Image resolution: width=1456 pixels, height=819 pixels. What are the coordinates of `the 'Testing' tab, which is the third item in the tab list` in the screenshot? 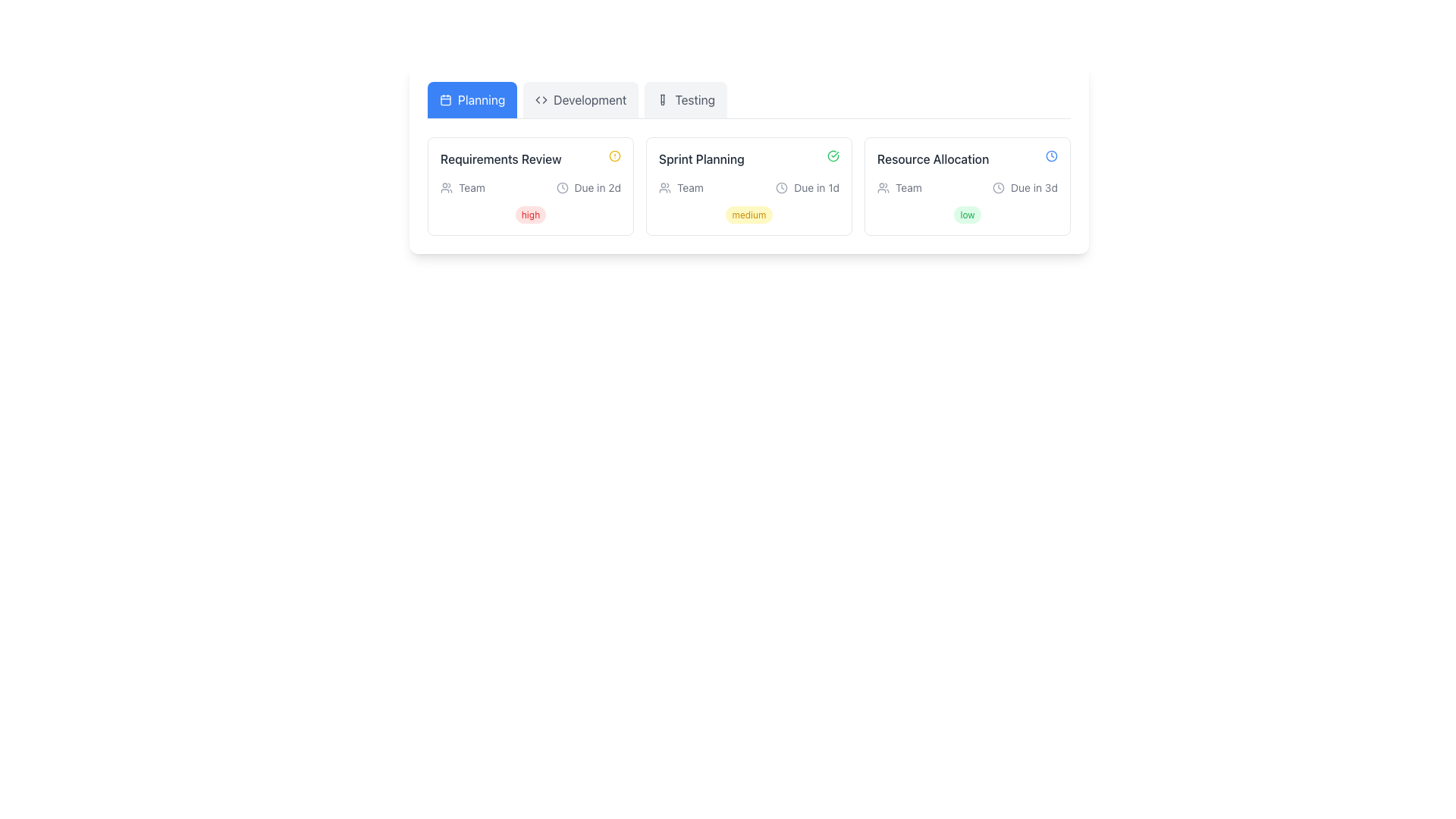 It's located at (685, 99).